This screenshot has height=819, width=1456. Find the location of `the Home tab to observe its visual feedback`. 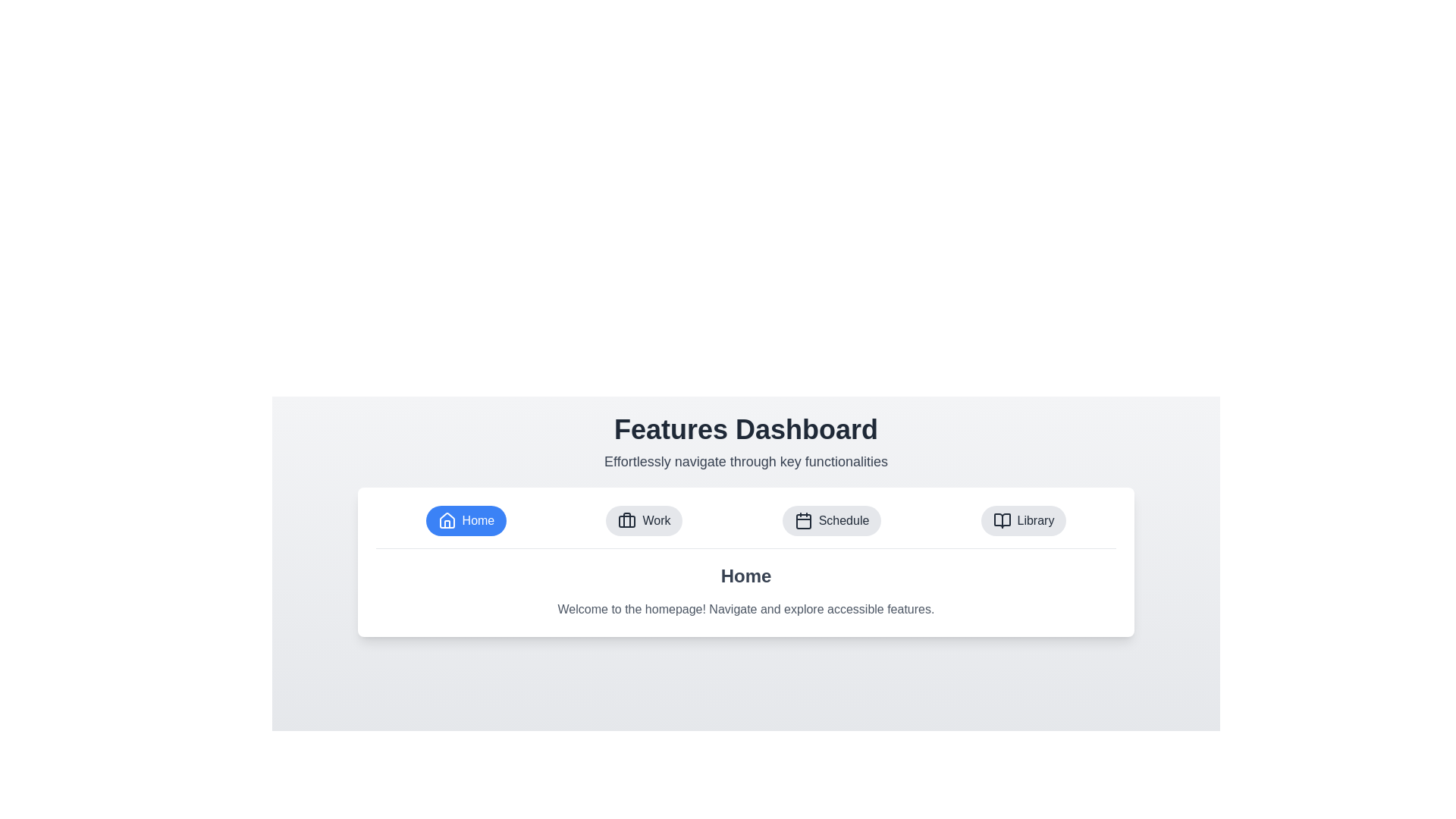

the Home tab to observe its visual feedback is located at coordinates (465, 519).